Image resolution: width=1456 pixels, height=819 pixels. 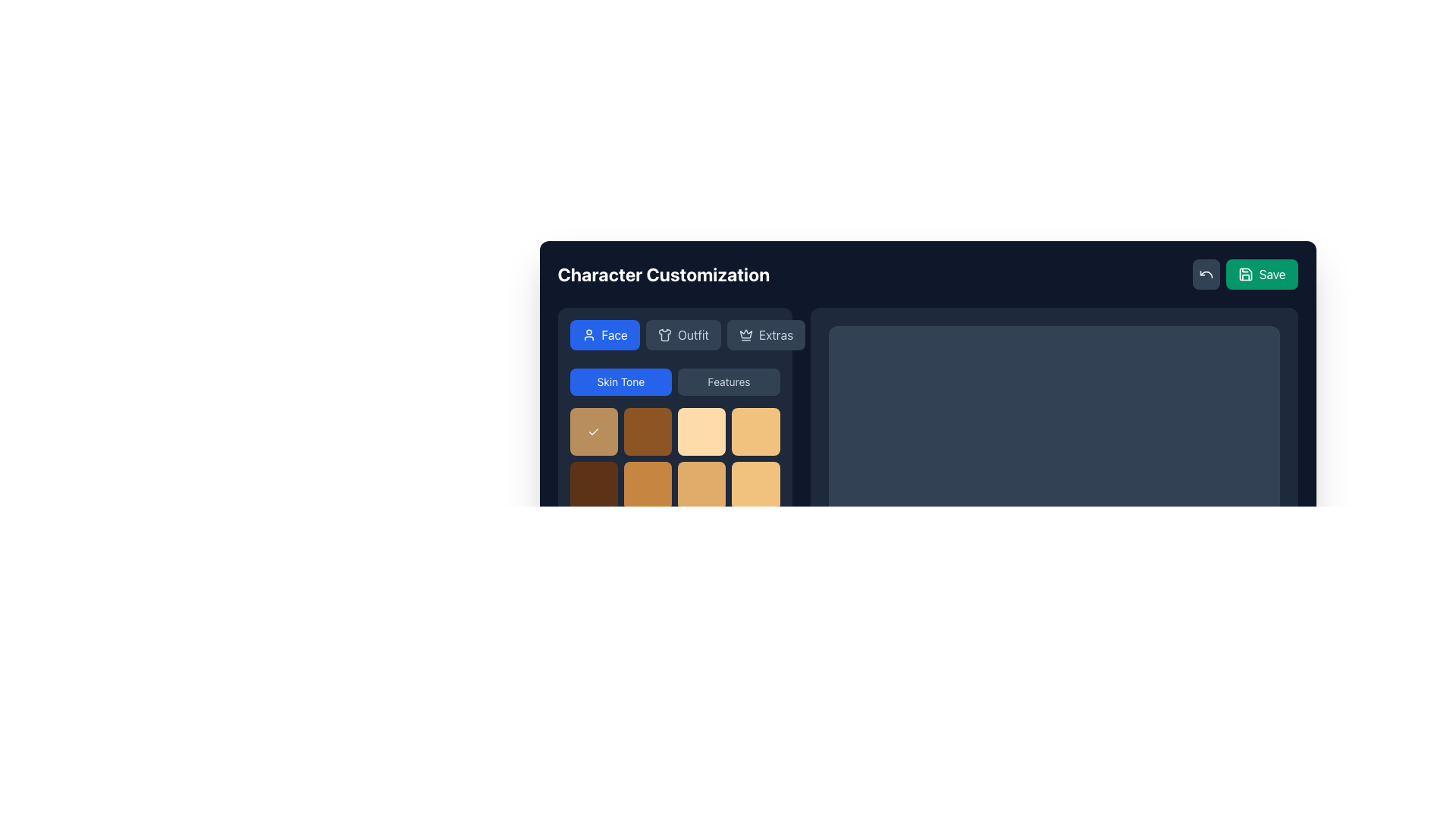 What do you see at coordinates (756, 431) in the screenshot?
I see `the fourth square element with a rounded edge and a light peach background color in the top row of the grid` at bounding box center [756, 431].